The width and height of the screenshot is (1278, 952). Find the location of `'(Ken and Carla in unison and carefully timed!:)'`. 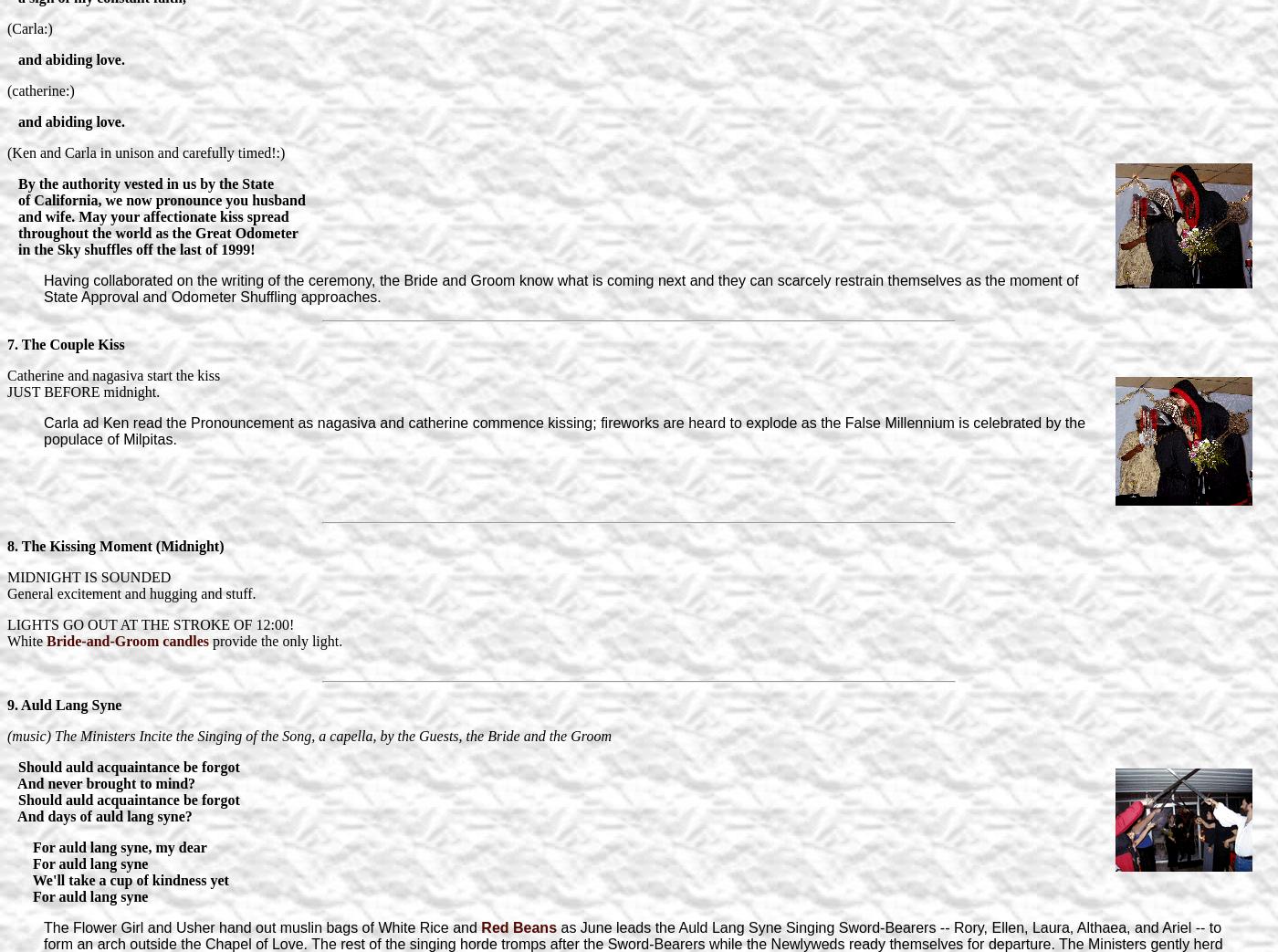

'(Ken and Carla in unison and carefully timed!:)' is located at coordinates (146, 151).